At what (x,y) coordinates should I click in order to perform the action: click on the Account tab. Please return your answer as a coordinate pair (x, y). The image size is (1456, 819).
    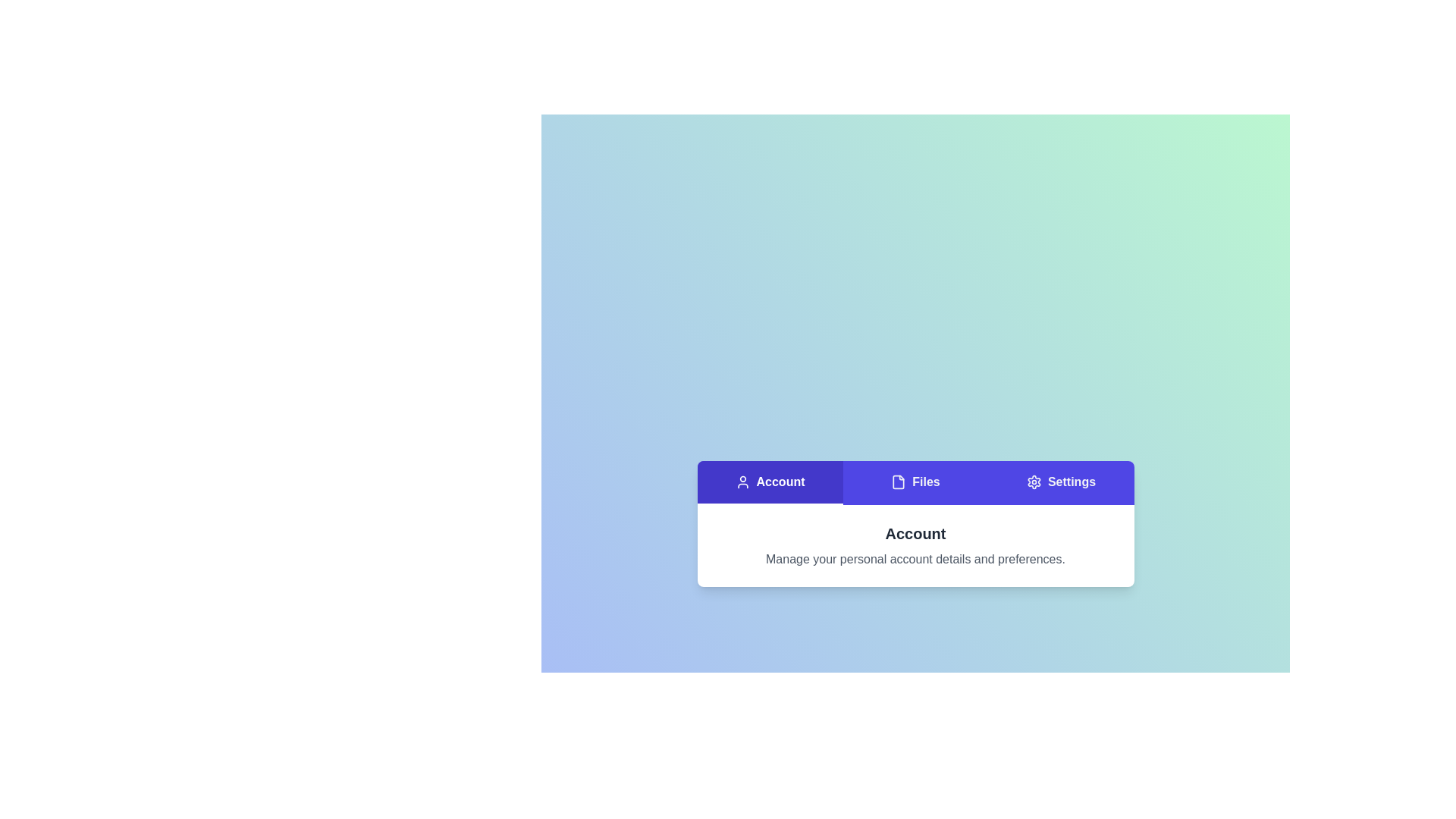
    Looking at the image, I should click on (770, 482).